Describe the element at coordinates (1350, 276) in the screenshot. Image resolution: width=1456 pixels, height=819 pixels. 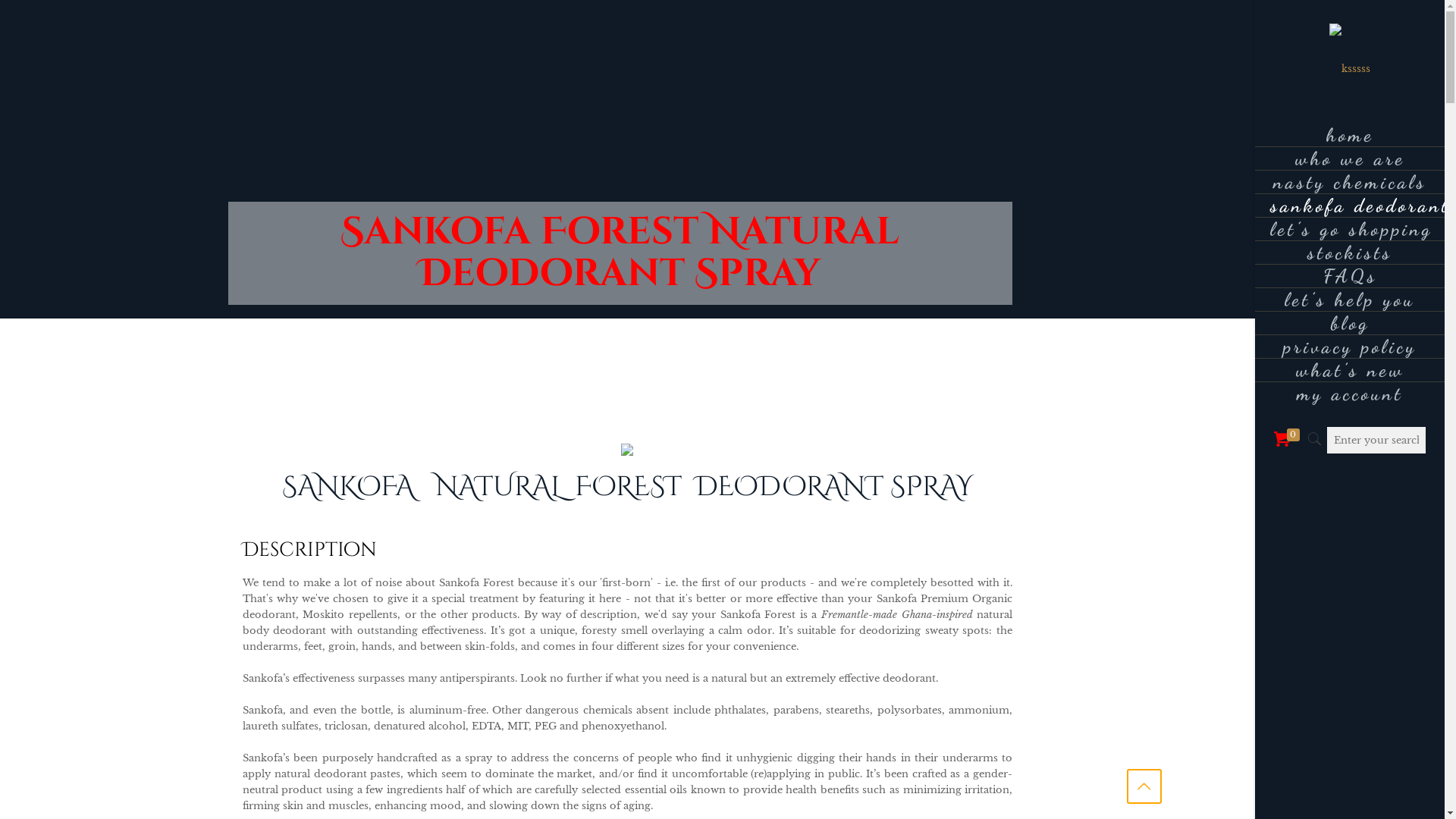
I see `'FAQs'` at that location.